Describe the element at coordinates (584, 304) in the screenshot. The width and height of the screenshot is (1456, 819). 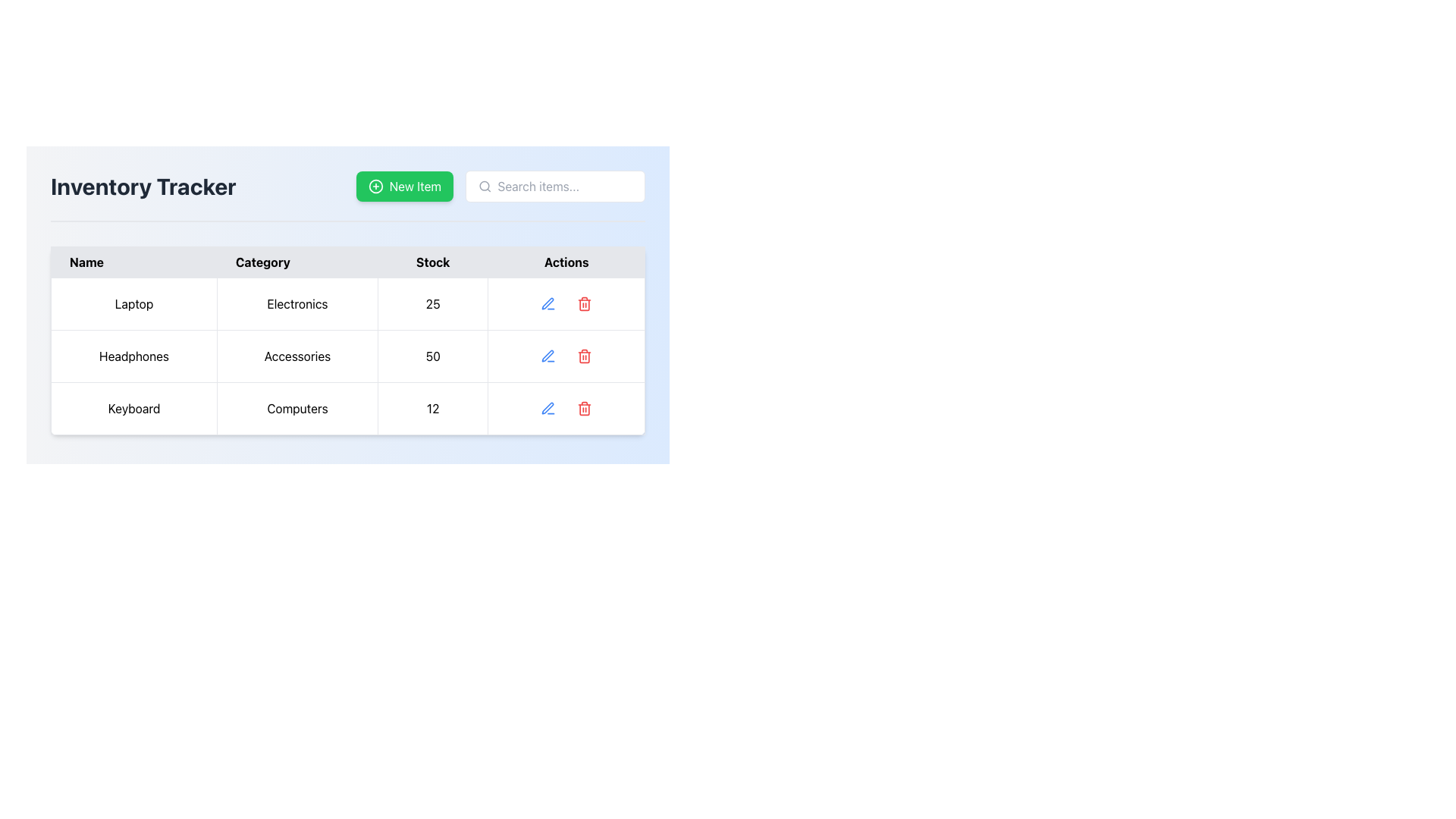
I see `the delete action button located in the 'Actions' column of the table, aligned with the first row corresponding to the entry labeled 'Laptop'. This button is the rightmost element in the row, following the blue pencil edit icon` at that location.